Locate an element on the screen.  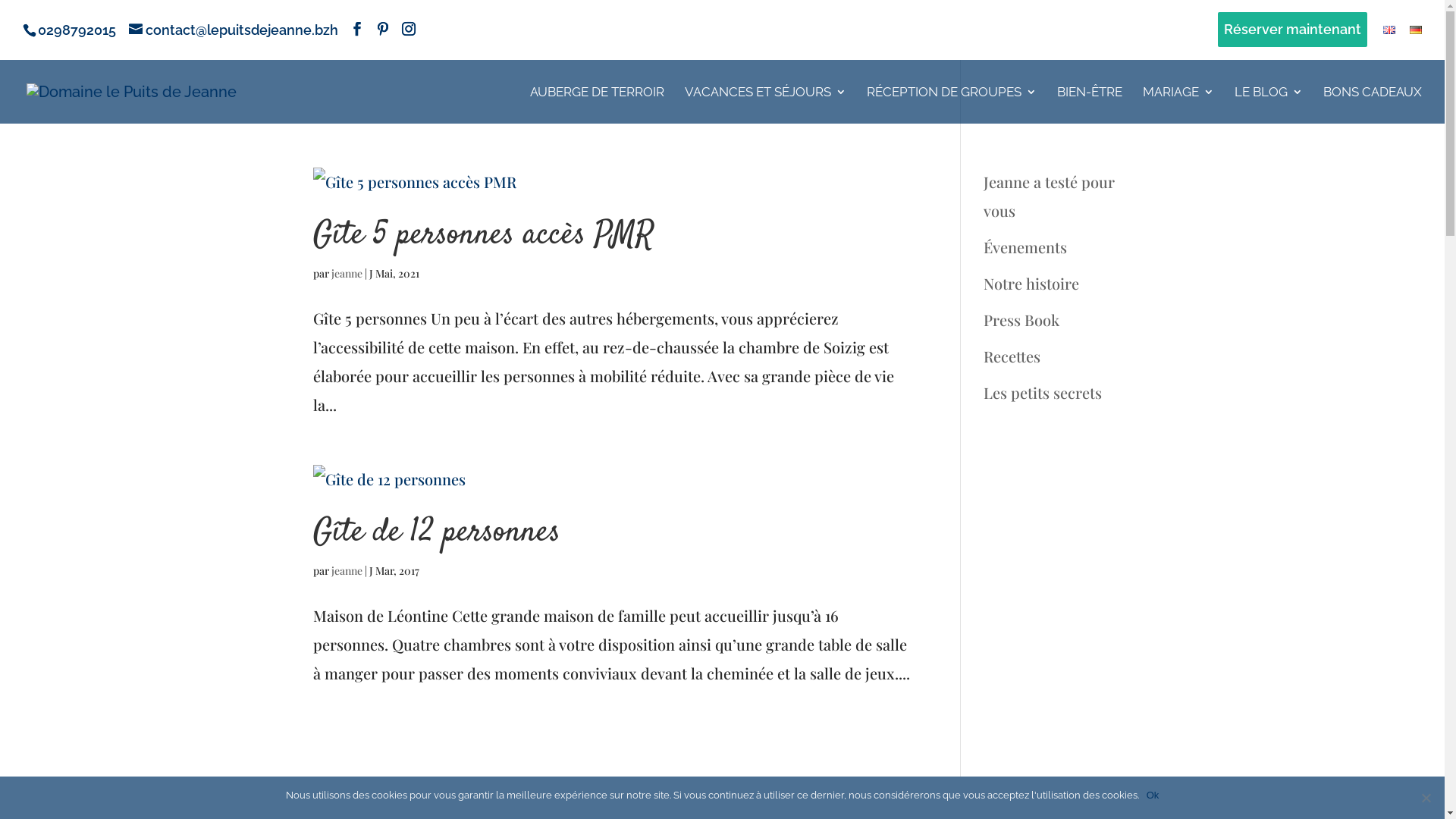
'Notre histoire' is located at coordinates (1031, 283).